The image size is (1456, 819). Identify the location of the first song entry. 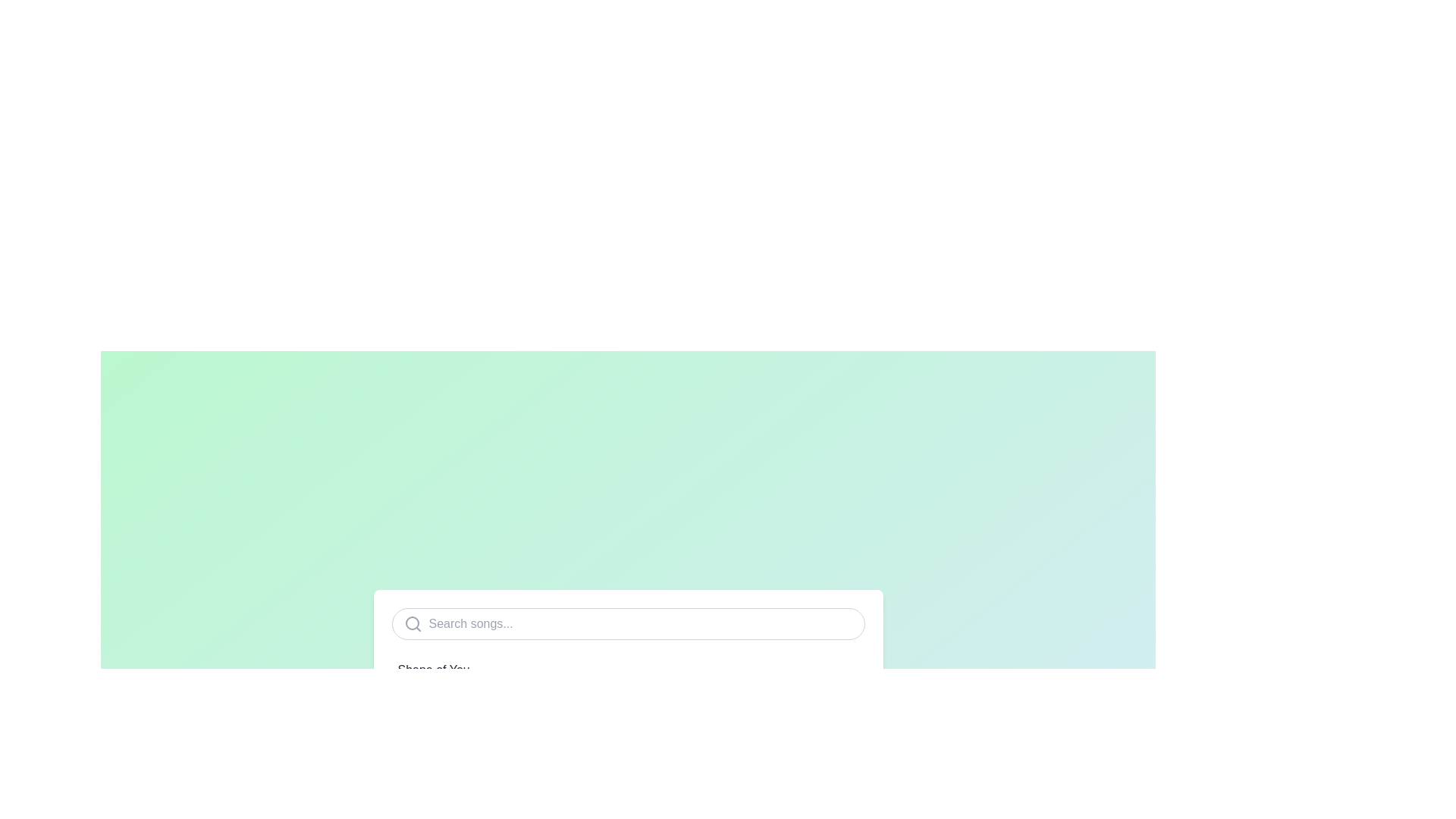
(628, 677).